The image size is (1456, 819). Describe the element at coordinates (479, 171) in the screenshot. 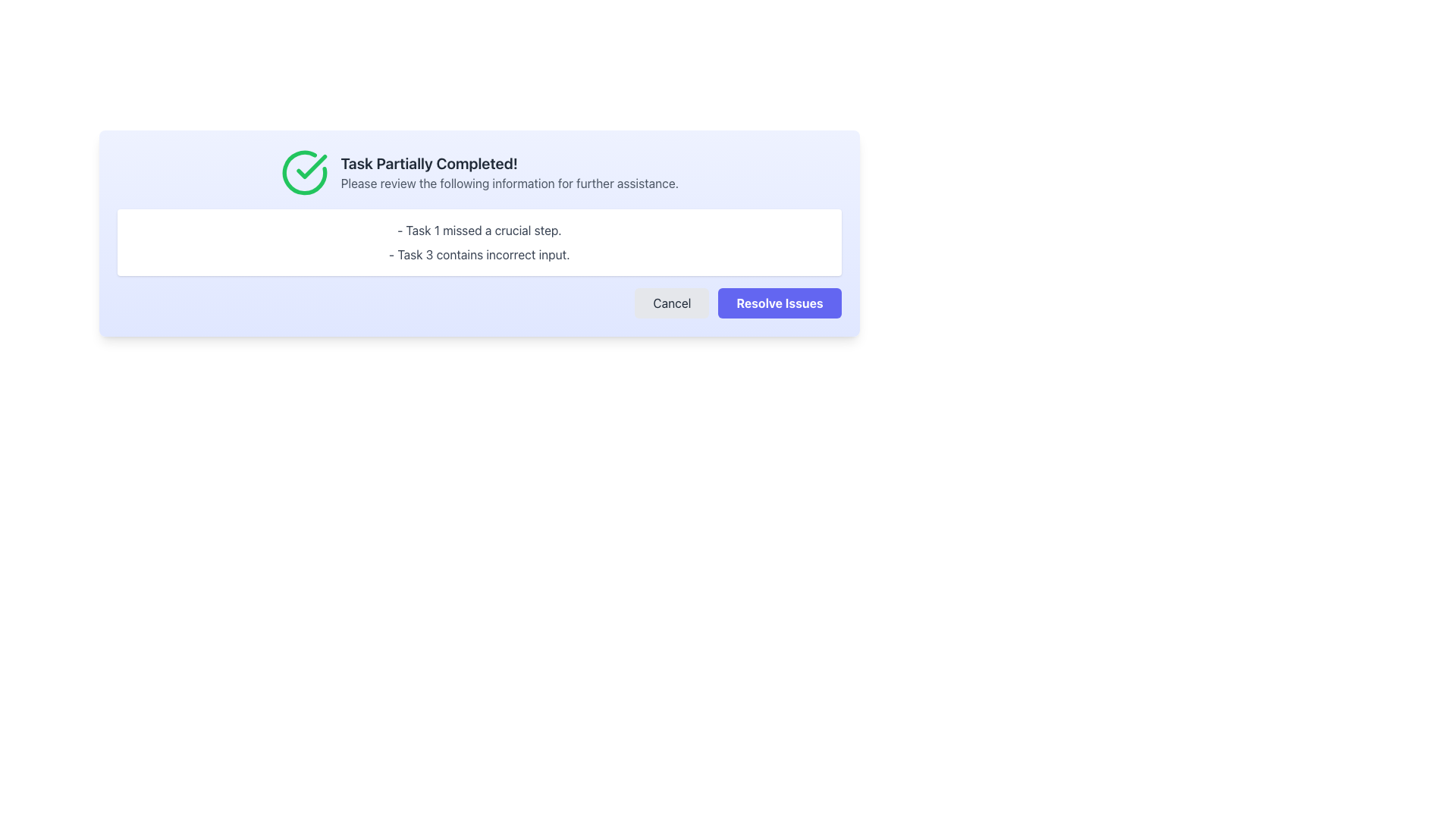

I see `the Informational Message that indicates 'Task Partially Completed!' with a green checkmark icon on the left` at that location.